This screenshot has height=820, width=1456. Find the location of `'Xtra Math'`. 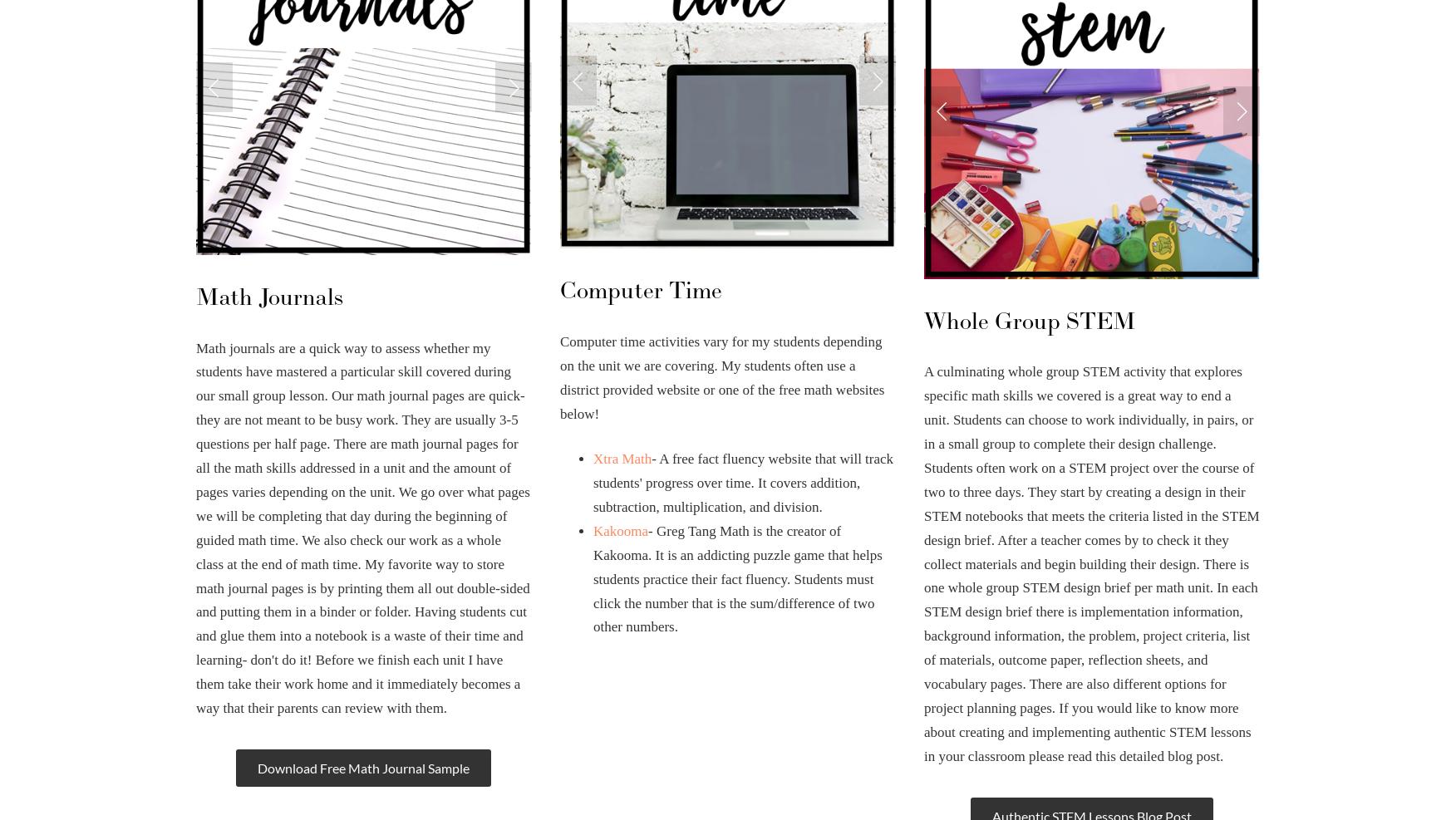

'Xtra Math' is located at coordinates (592, 459).